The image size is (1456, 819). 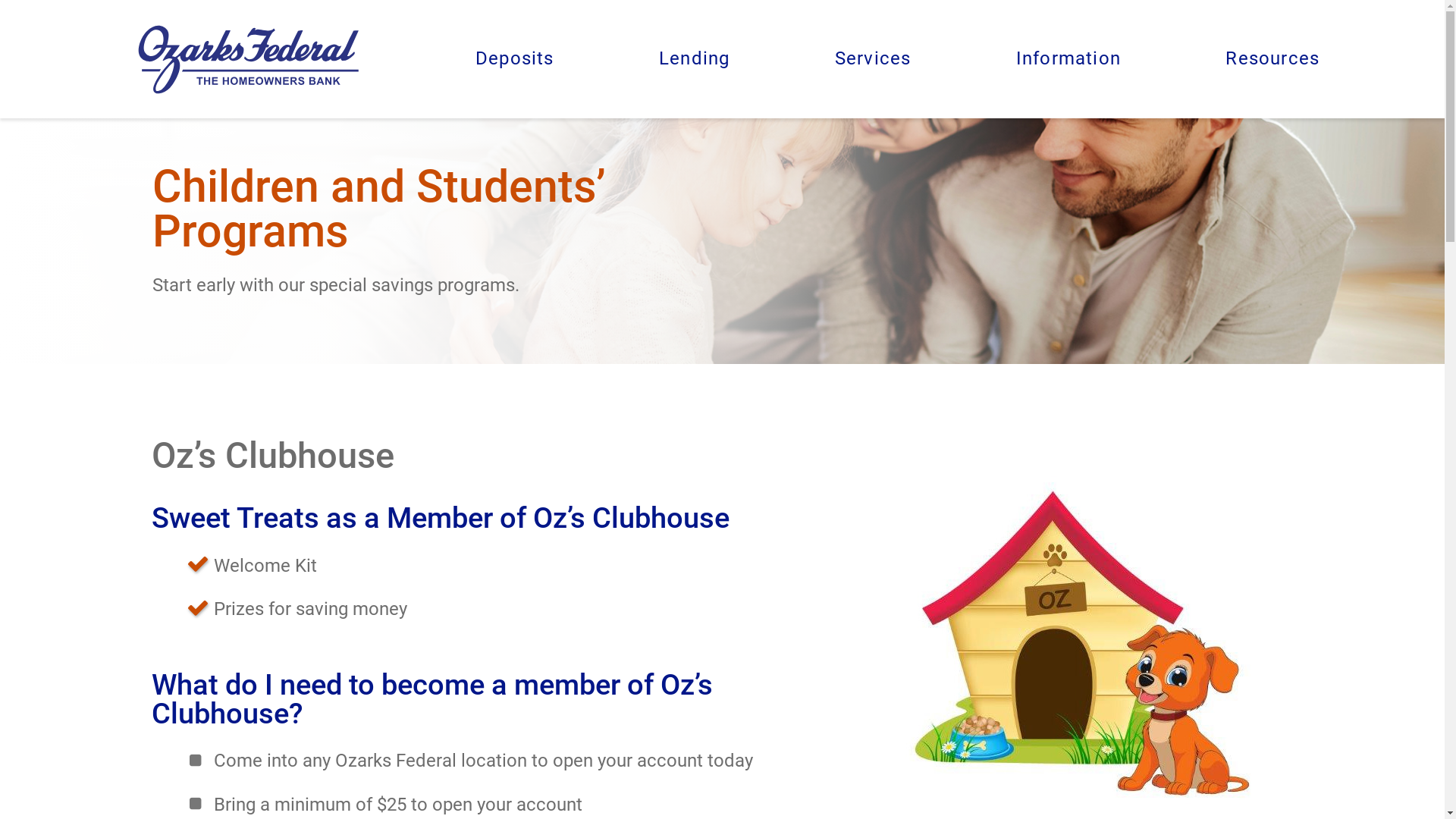 What do you see at coordinates (1002, 58) in the screenshot?
I see `'Information'` at bounding box center [1002, 58].